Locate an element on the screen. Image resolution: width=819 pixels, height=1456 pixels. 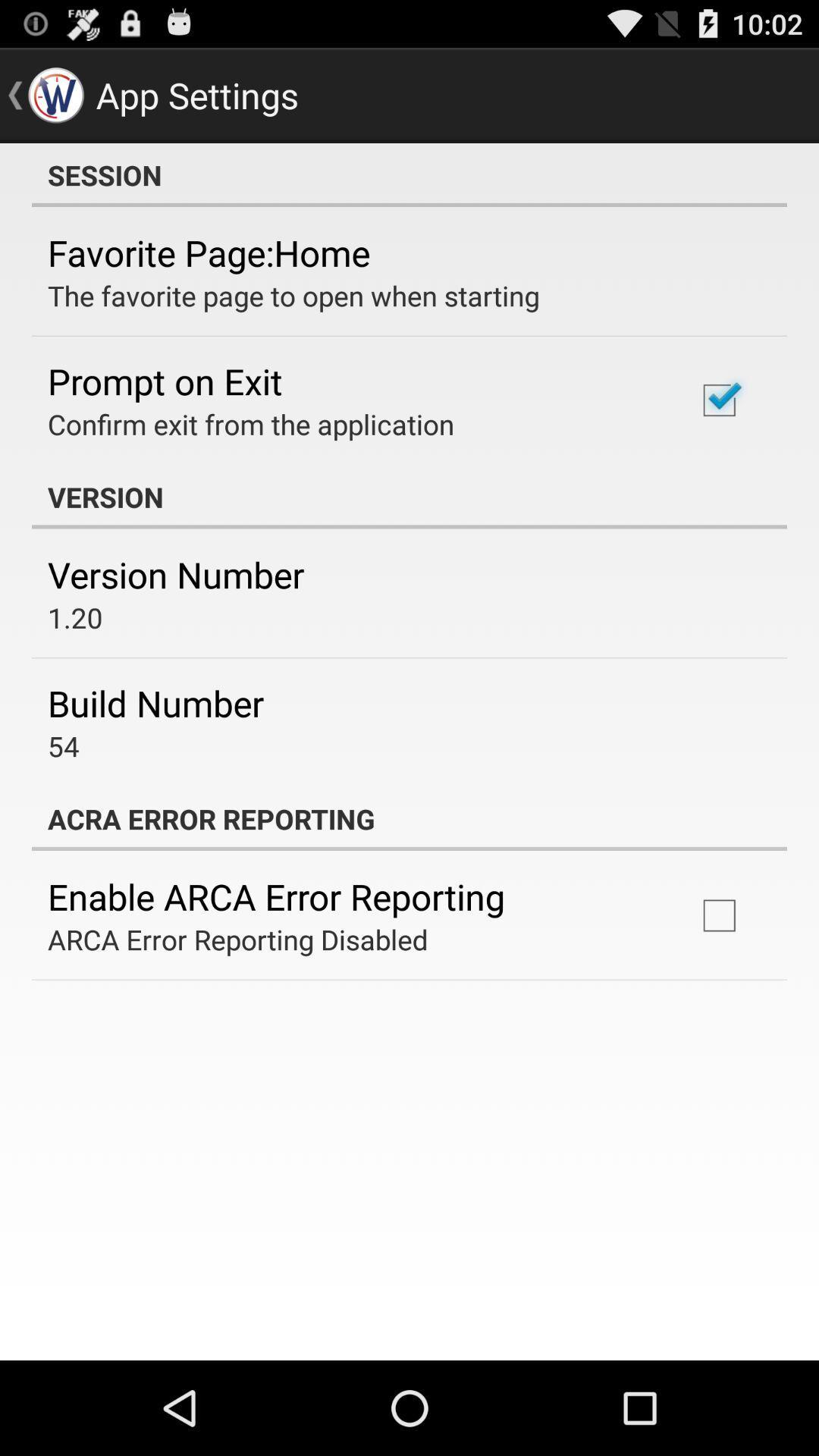
the app above the acra error reporting is located at coordinates (63, 745).